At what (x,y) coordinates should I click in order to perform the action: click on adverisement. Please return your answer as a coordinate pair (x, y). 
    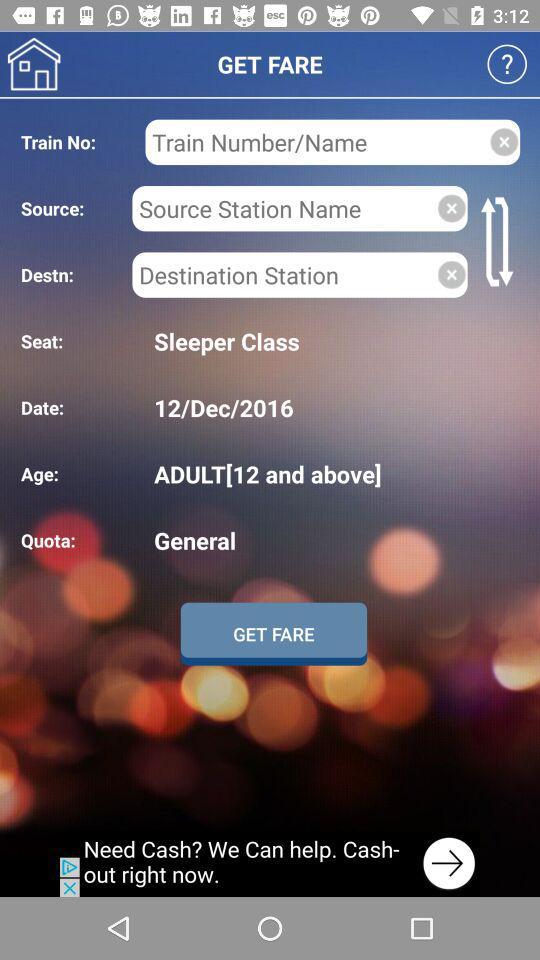
    Looking at the image, I should click on (270, 863).